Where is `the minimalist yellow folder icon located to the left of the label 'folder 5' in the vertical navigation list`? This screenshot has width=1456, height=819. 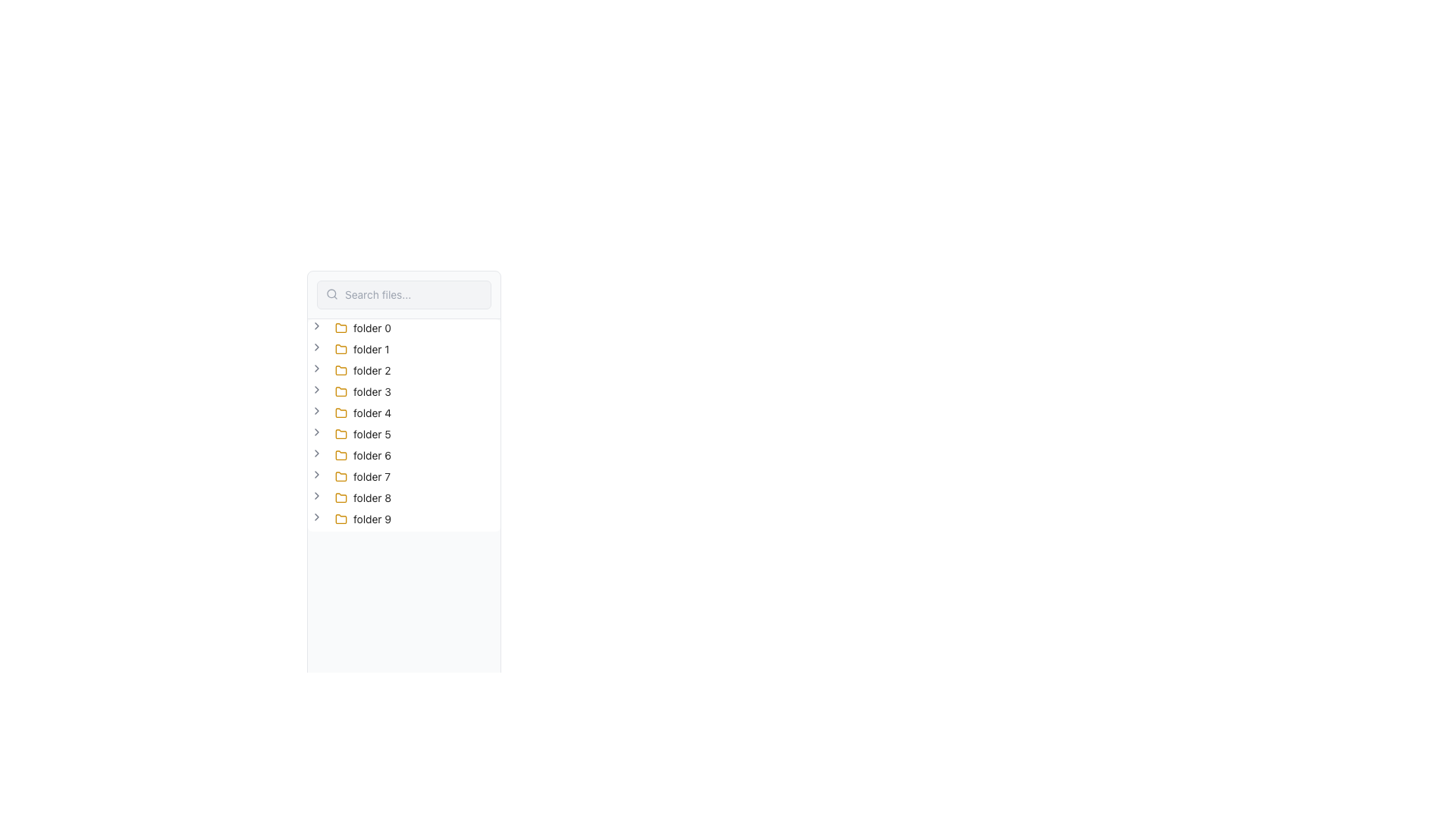
the minimalist yellow folder icon located to the left of the label 'folder 5' in the vertical navigation list is located at coordinates (340, 435).